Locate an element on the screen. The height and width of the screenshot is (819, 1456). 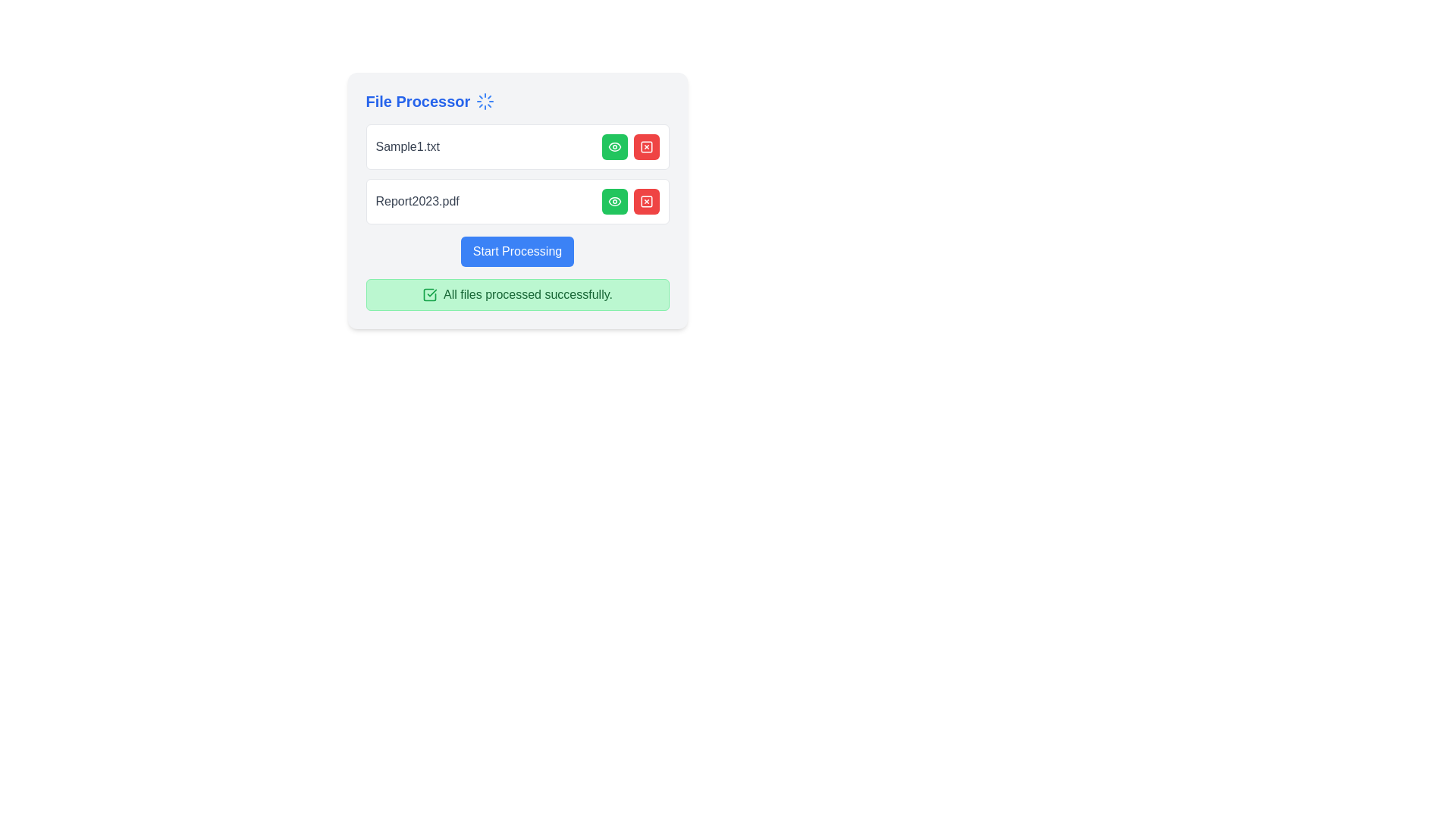
the green eye icon with a circular outline located within the green button next to the 'Report2023.pdf' item in the file list is located at coordinates (614, 146).